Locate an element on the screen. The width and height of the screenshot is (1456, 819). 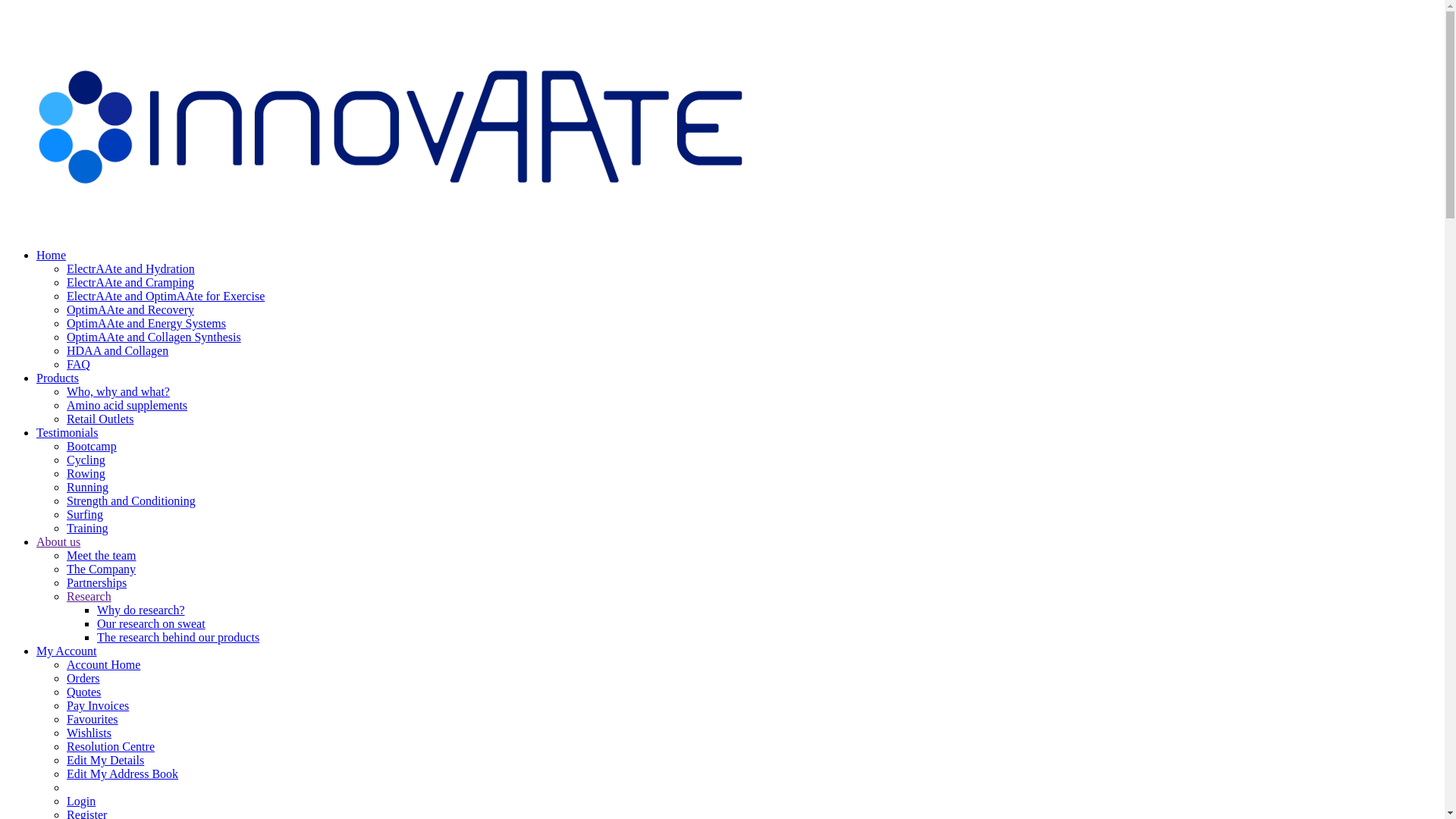
'Rowing' is located at coordinates (65, 472).